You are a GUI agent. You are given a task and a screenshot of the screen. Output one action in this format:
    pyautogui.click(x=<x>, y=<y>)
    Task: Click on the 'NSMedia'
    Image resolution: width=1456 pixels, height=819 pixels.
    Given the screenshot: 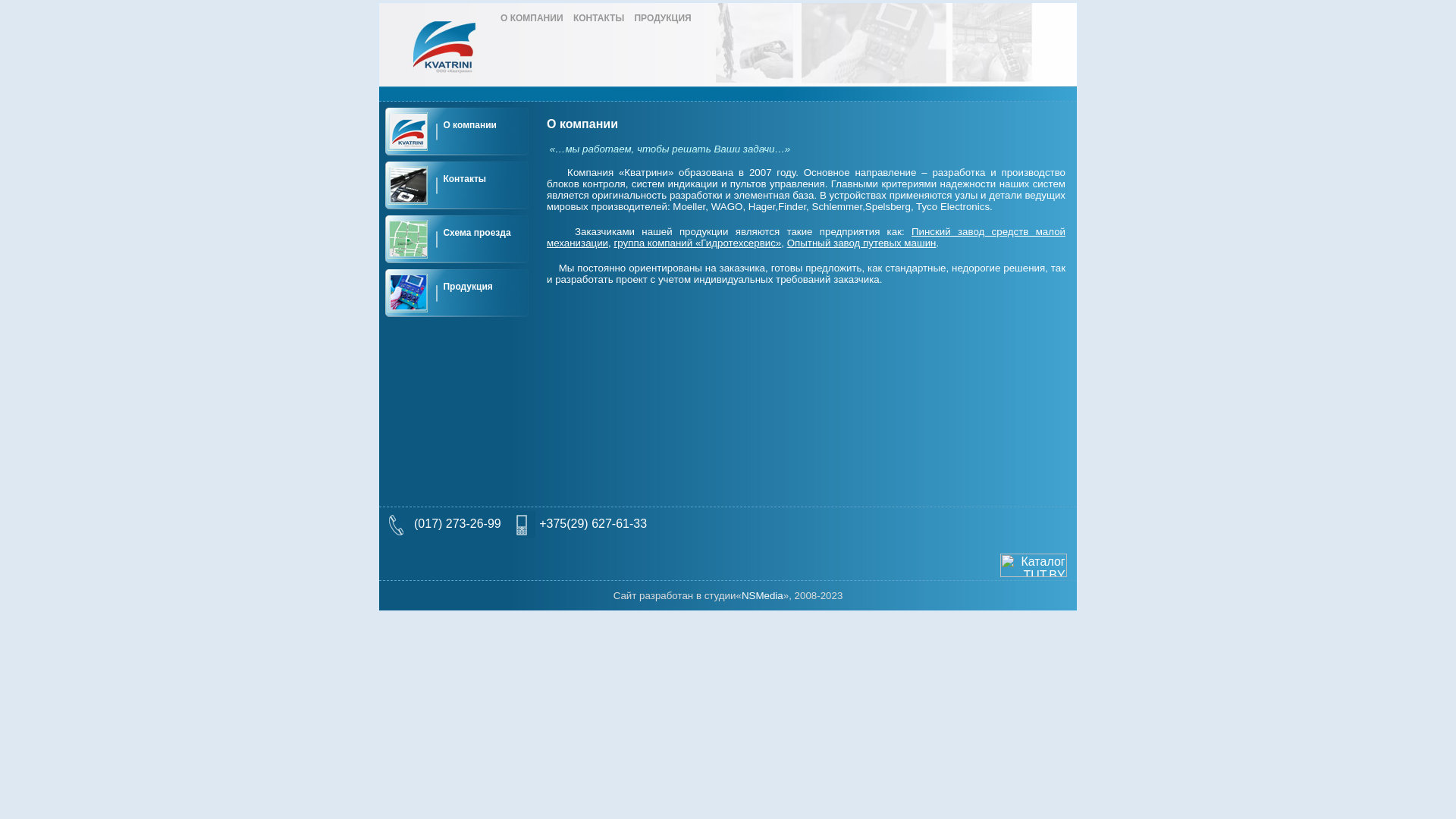 What is the action you would take?
    pyautogui.click(x=742, y=595)
    